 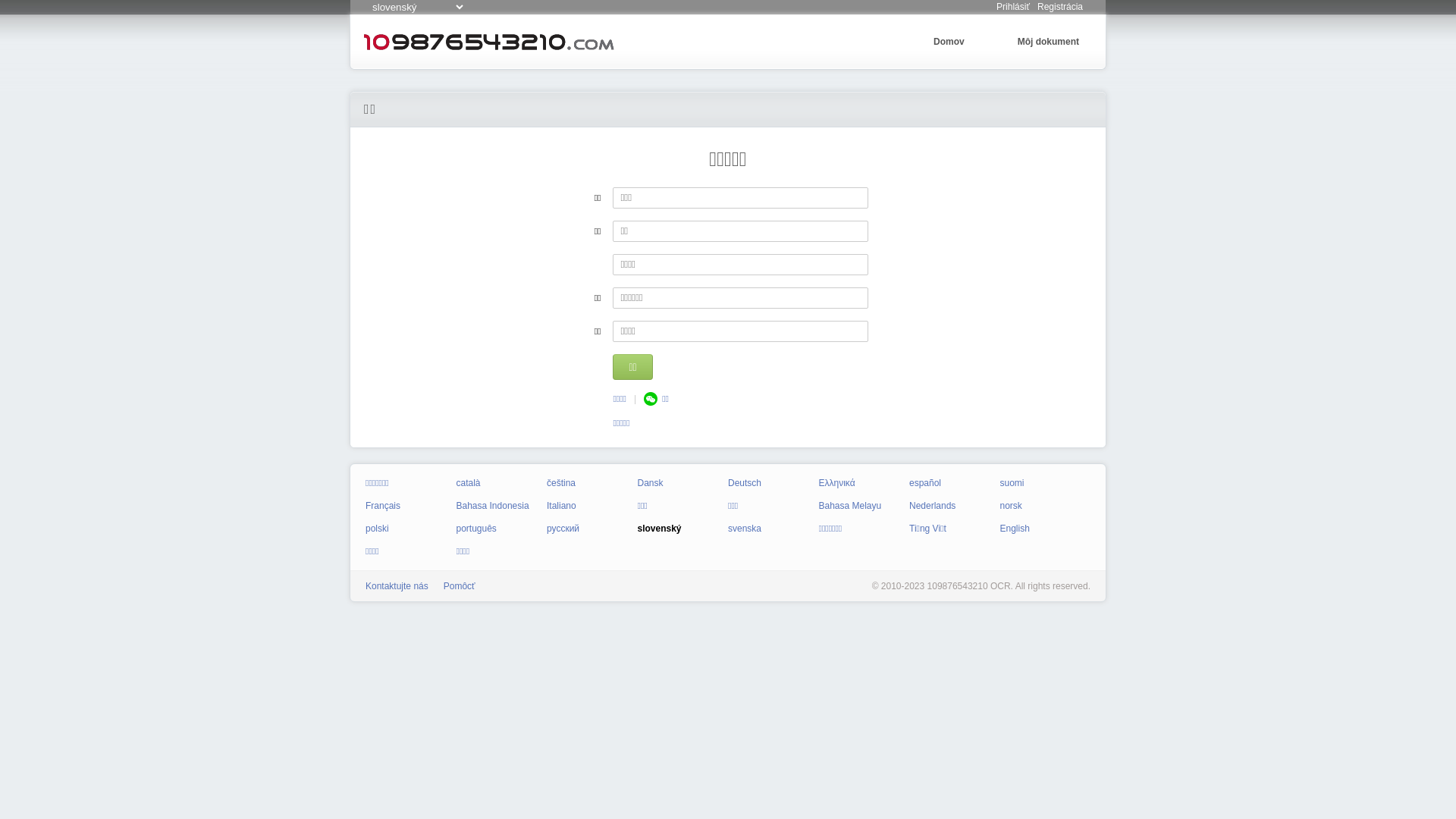 I want to click on 'Italiano', so click(x=560, y=506).